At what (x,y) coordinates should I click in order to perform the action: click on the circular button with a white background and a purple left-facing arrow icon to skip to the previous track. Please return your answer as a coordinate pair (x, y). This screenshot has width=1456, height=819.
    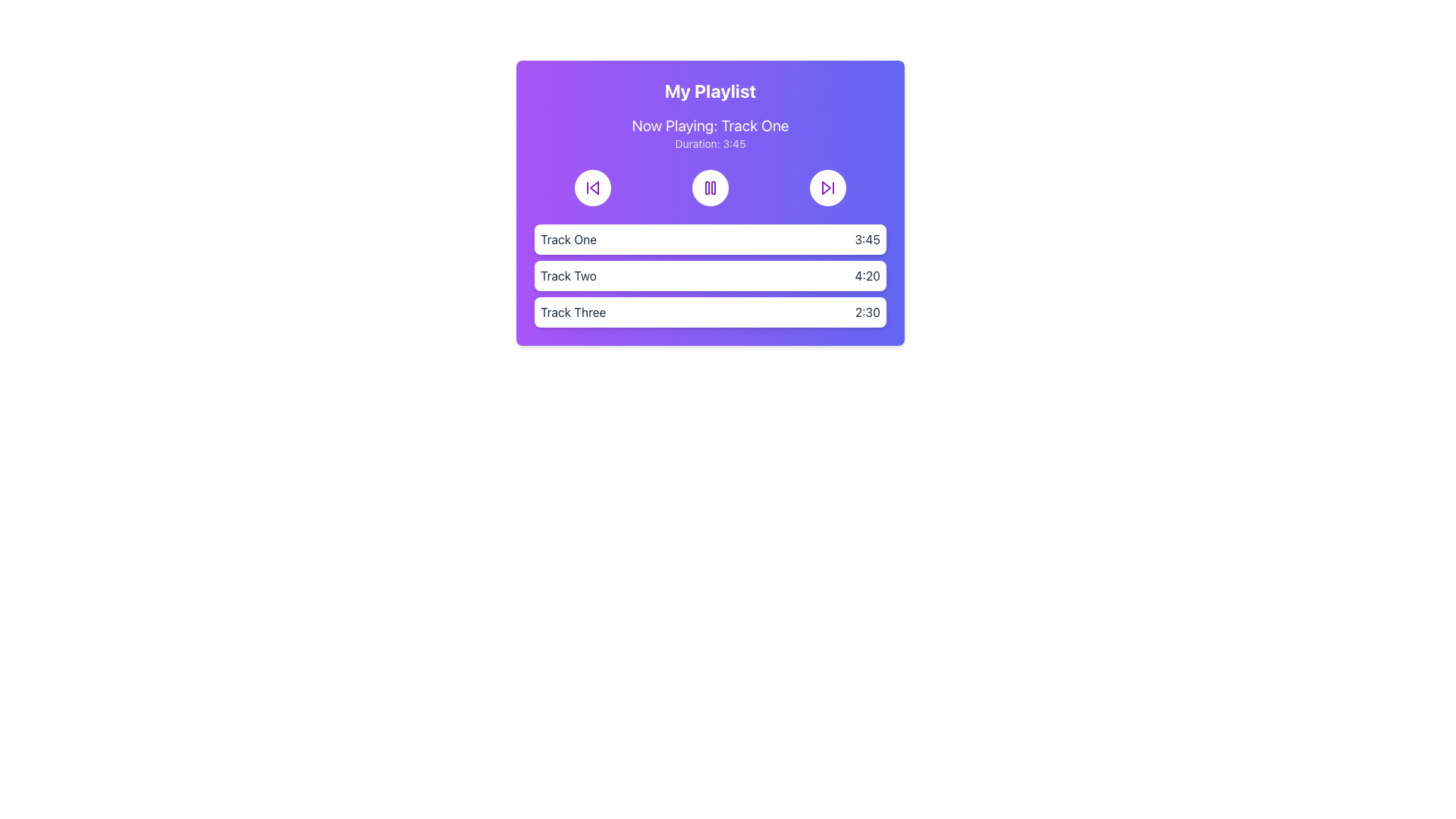
    Looking at the image, I should click on (592, 187).